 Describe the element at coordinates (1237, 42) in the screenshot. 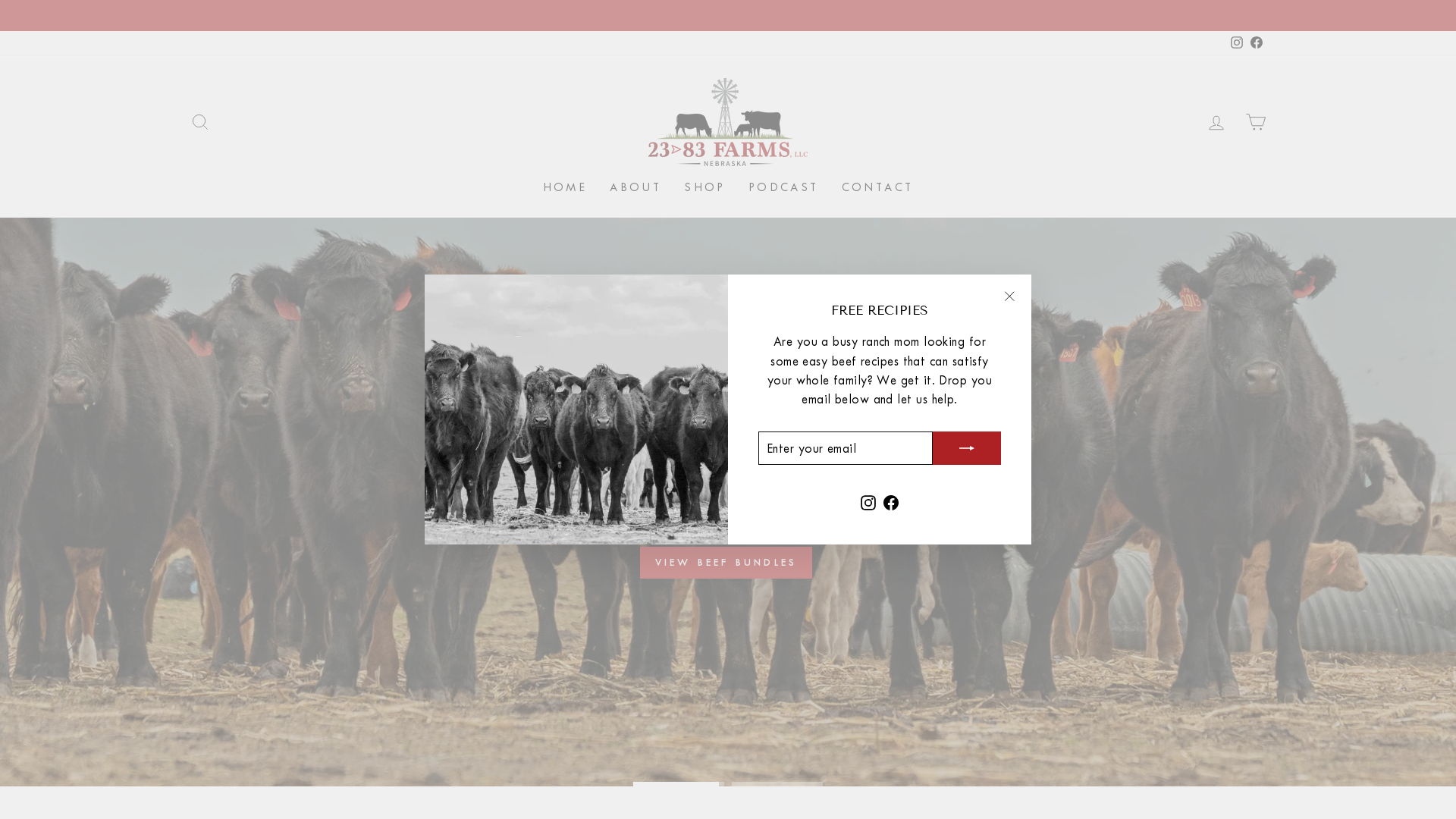

I see `'Instagram'` at that location.